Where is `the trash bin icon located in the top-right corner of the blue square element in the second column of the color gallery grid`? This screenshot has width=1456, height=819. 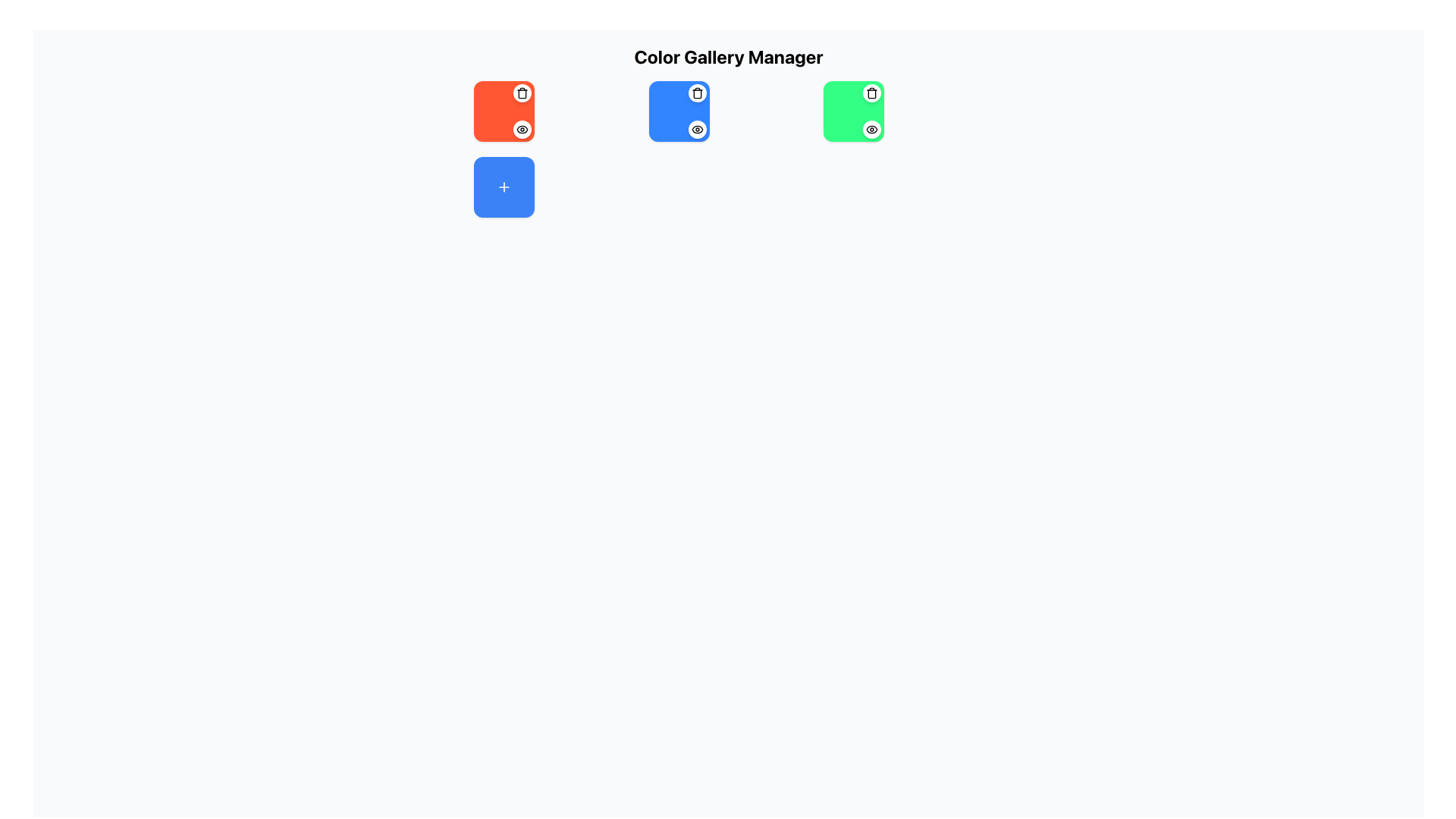
the trash bin icon located in the top-right corner of the blue square element in the second column of the color gallery grid is located at coordinates (696, 93).